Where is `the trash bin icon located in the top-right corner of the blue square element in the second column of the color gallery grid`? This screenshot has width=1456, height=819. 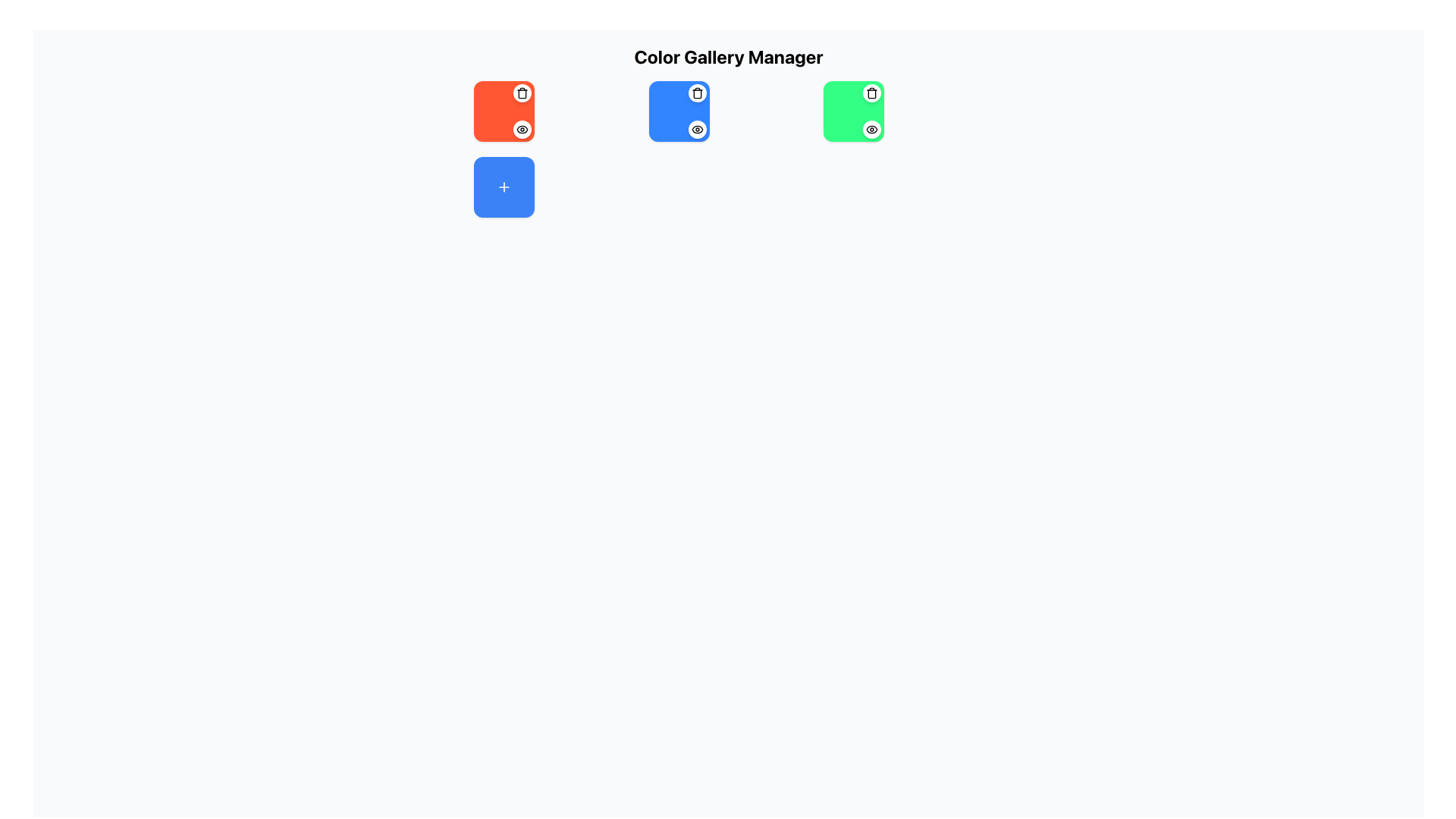
the trash bin icon located in the top-right corner of the blue square element in the second column of the color gallery grid is located at coordinates (696, 93).